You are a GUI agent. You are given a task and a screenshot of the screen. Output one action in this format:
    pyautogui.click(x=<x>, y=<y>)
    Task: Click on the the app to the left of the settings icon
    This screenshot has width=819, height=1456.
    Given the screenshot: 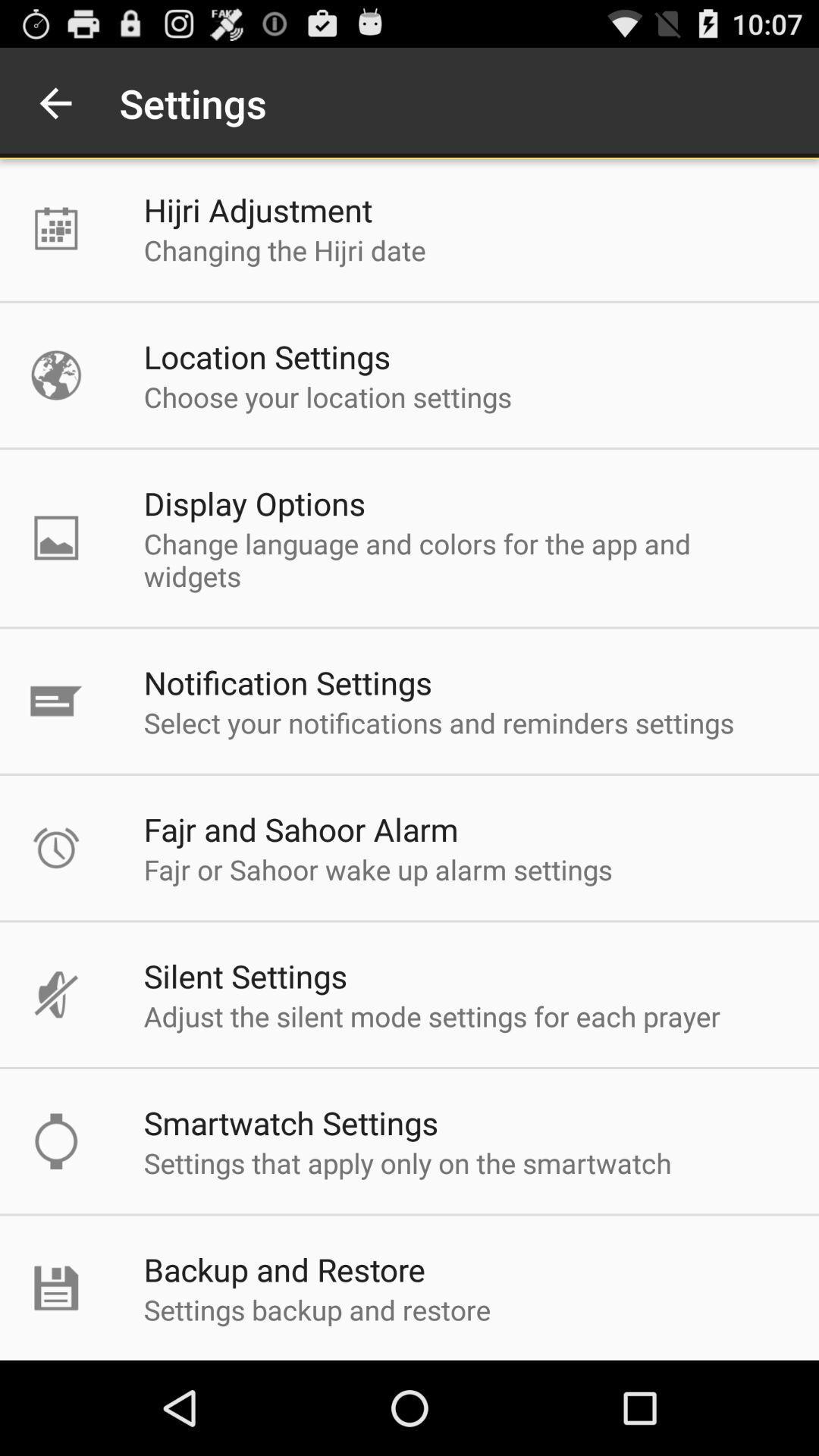 What is the action you would take?
    pyautogui.click(x=55, y=102)
    